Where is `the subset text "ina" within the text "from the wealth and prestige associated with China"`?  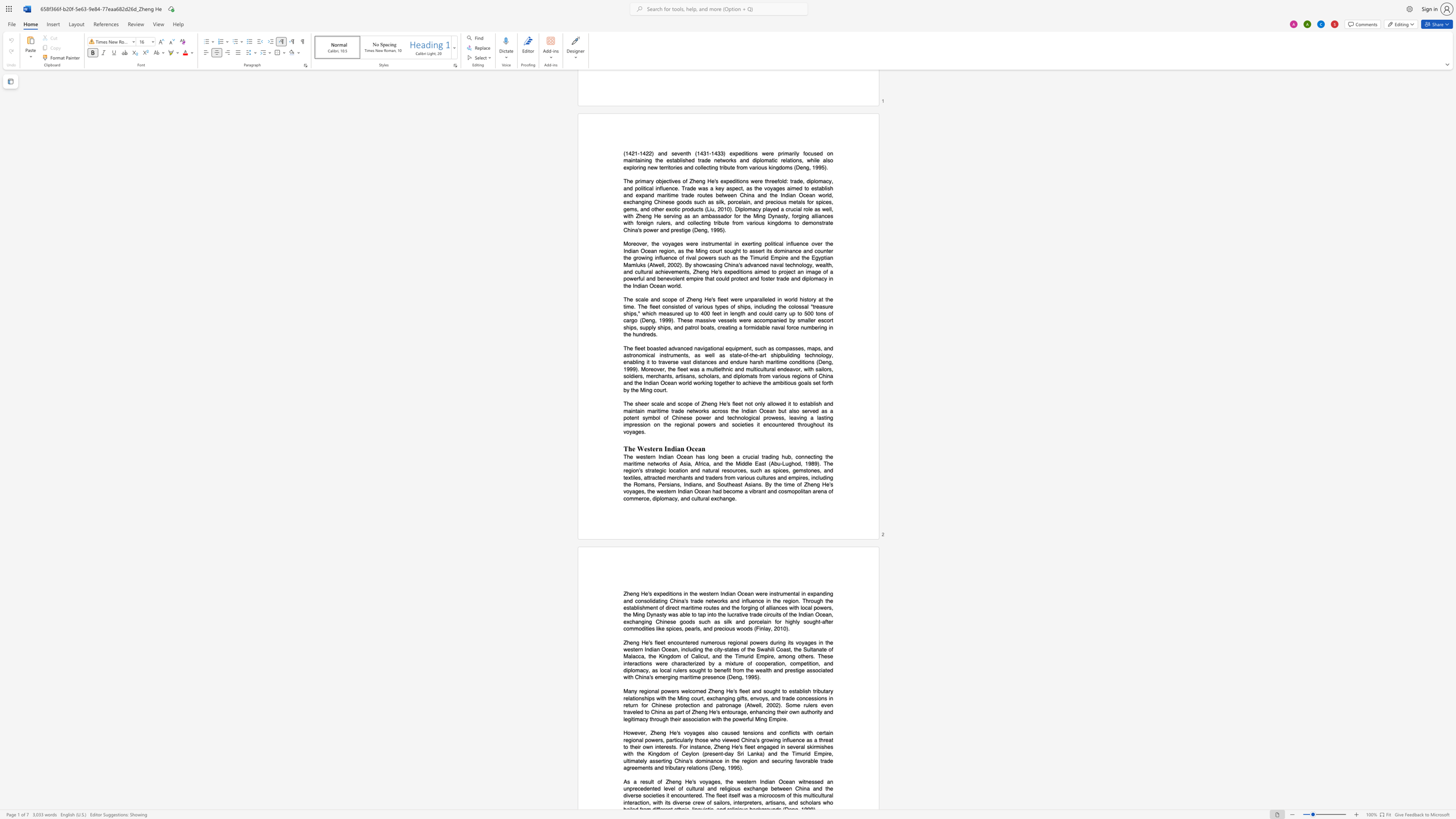
the subset text "ina" within the text "from the wealth and prestige associated with China" is located at coordinates (641, 677).